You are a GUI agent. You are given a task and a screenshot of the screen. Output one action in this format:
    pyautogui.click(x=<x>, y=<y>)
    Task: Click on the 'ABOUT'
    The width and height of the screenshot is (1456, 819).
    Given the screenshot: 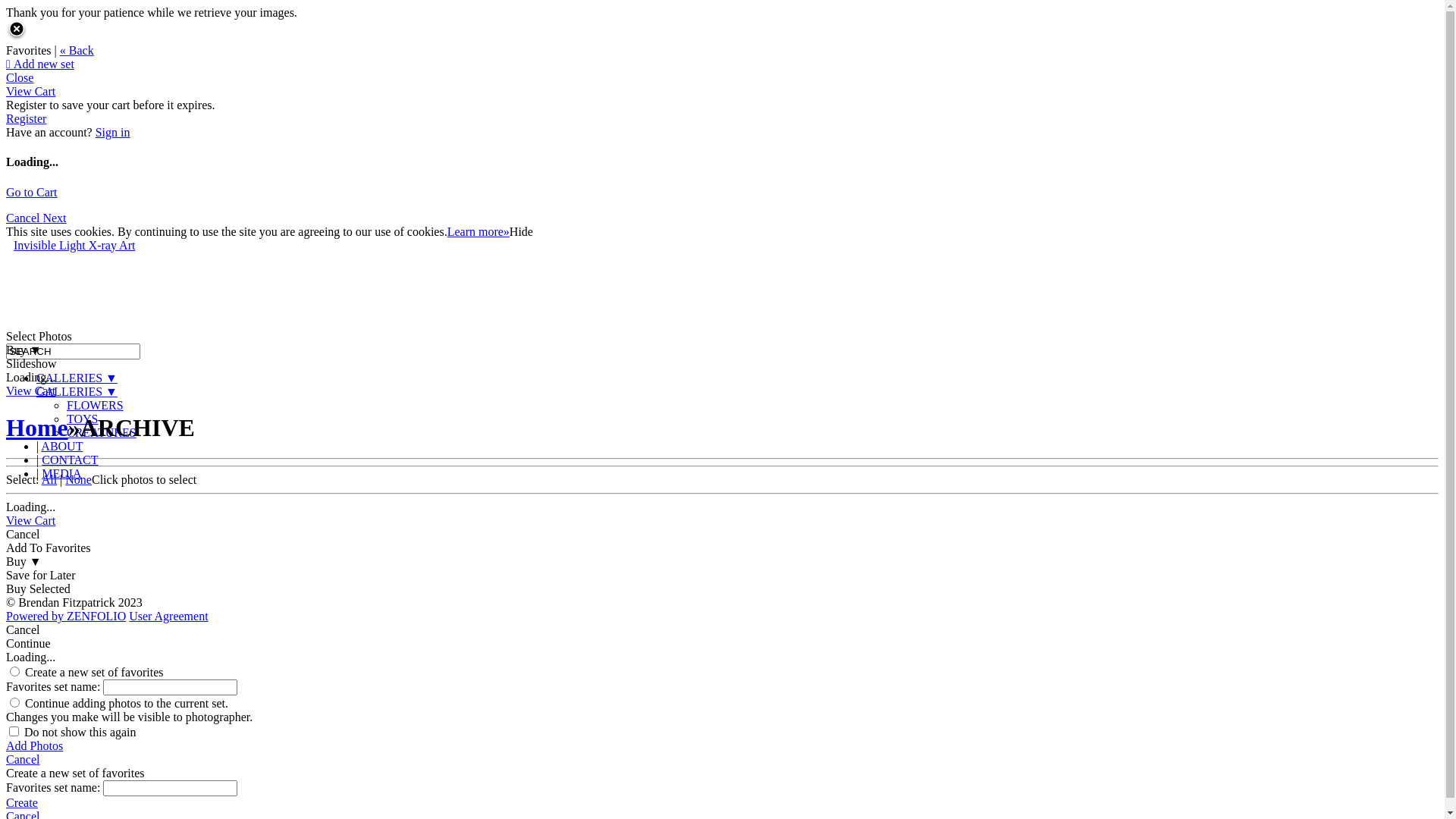 What is the action you would take?
    pyautogui.click(x=61, y=445)
    